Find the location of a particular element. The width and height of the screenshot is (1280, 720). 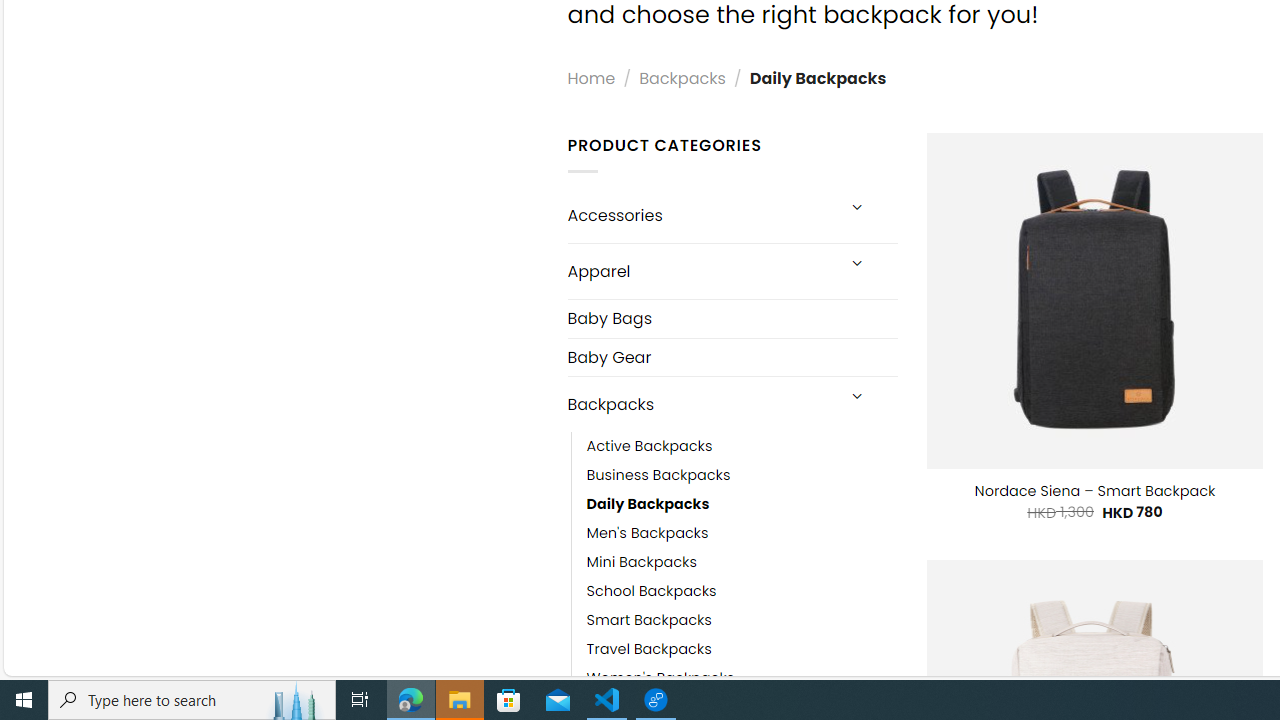

'Smart Backpacks' is located at coordinates (741, 620).